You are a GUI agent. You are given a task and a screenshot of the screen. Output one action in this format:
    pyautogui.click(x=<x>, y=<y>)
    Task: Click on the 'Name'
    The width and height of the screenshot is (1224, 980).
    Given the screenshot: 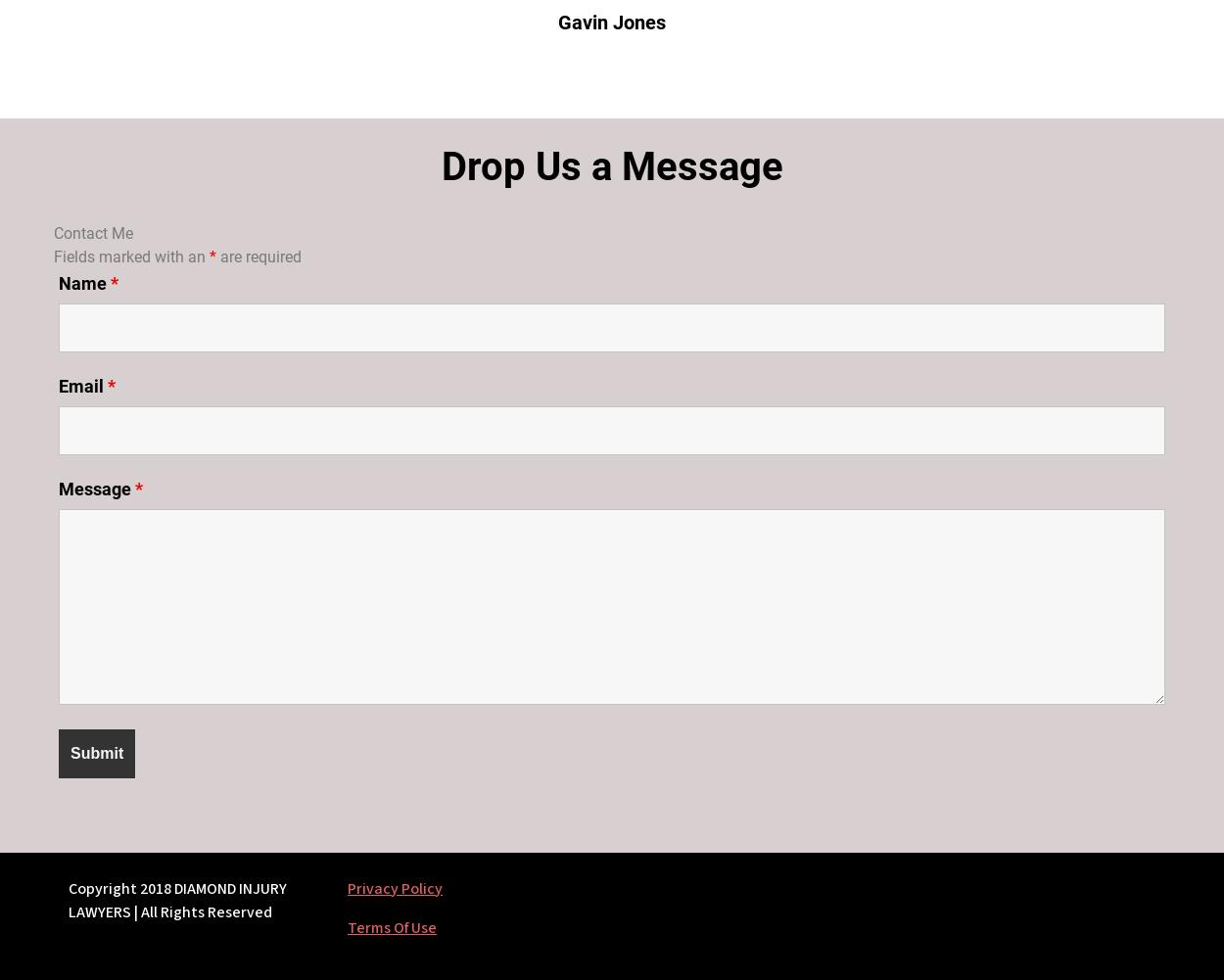 What is the action you would take?
    pyautogui.click(x=59, y=282)
    